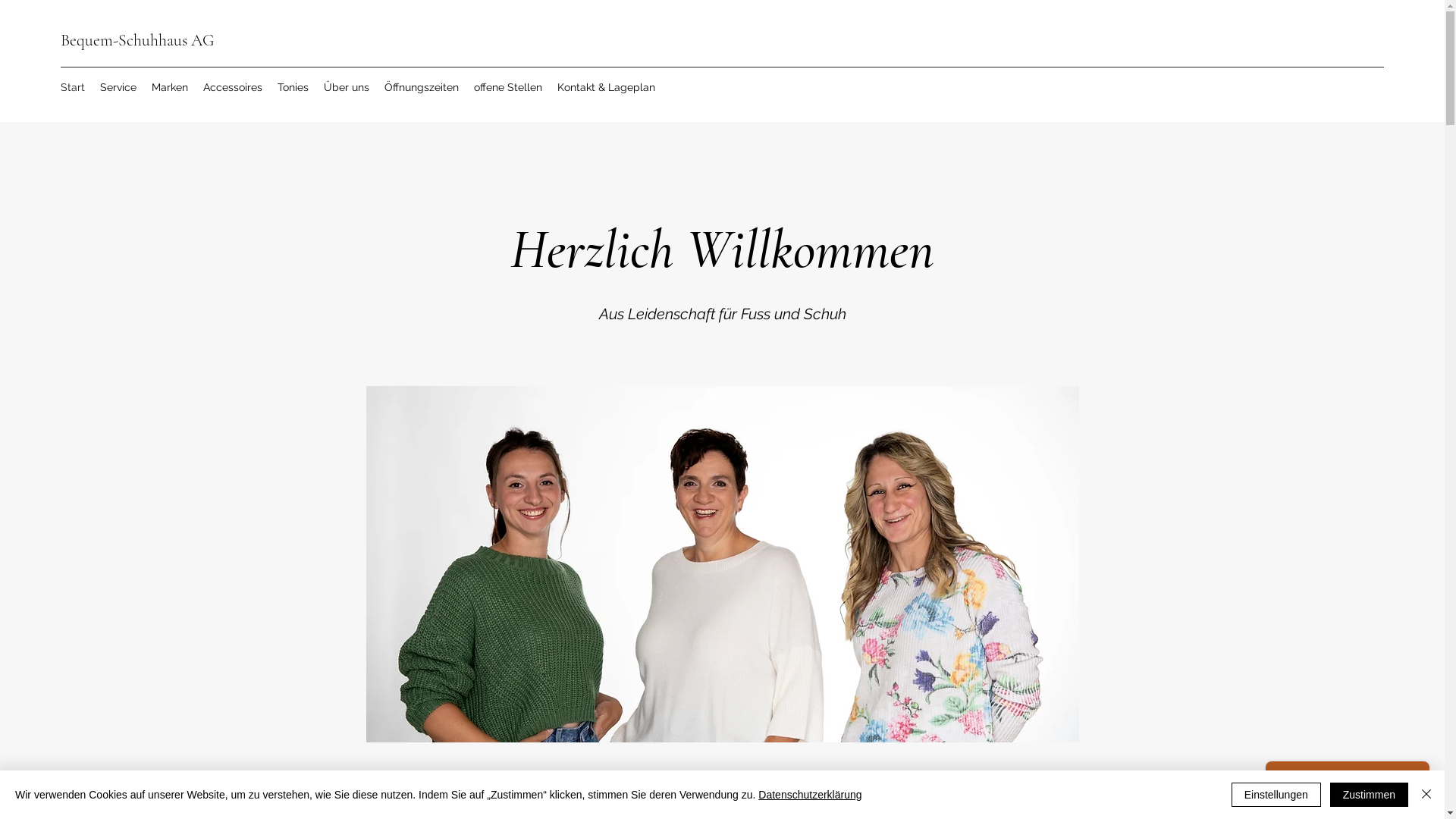 This screenshot has height=819, width=1456. What do you see at coordinates (605, 87) in the screenshot?
I see `'Kontakt & Lageplan'` at bounding box center [605, 87].